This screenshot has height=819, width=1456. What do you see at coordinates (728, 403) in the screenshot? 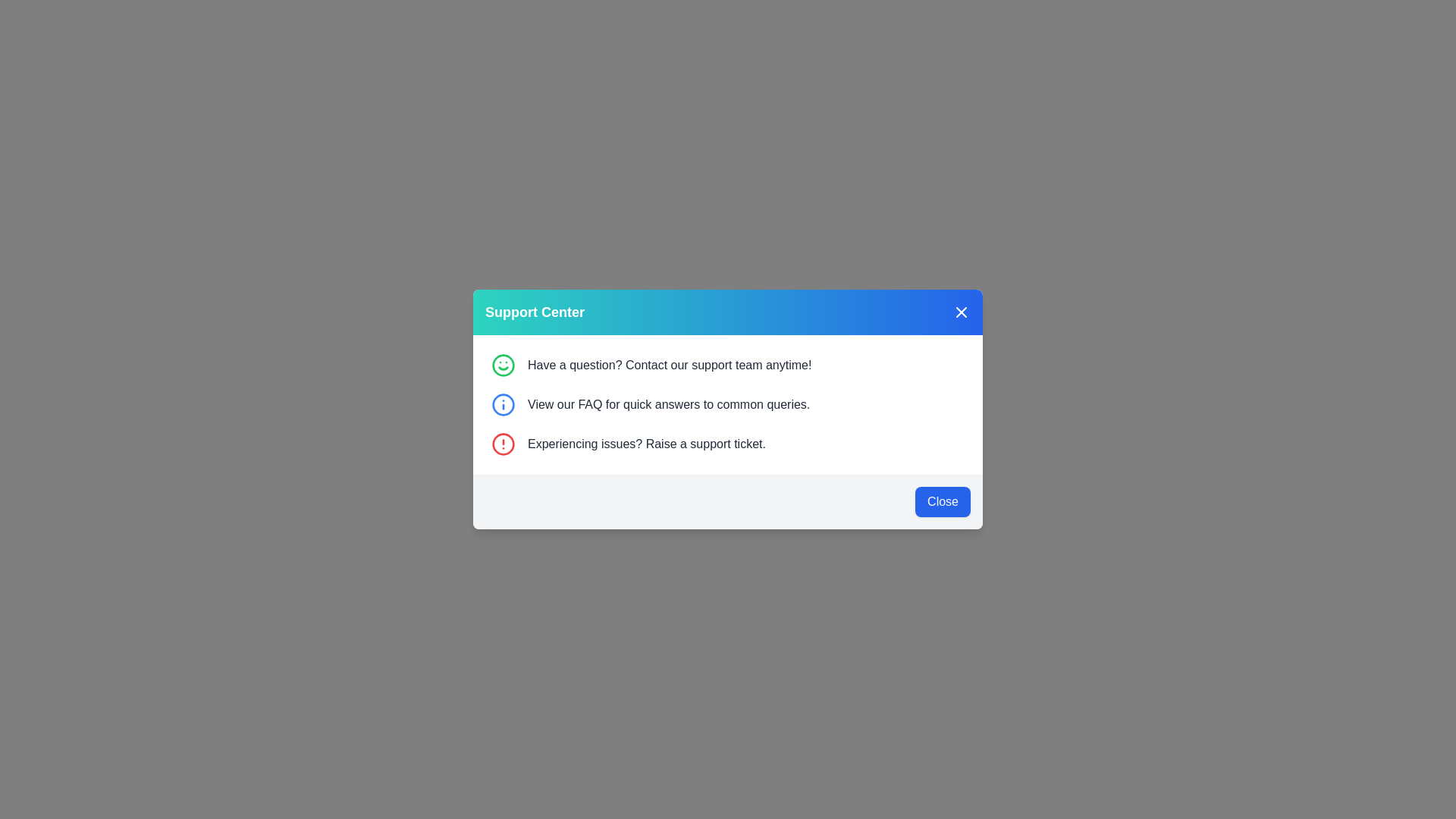
I see `the informational text with an associated icon that reads 'View our FAQ for quick answers to common queries' in the Support Center dialog box` at bounding box center [728, 403].